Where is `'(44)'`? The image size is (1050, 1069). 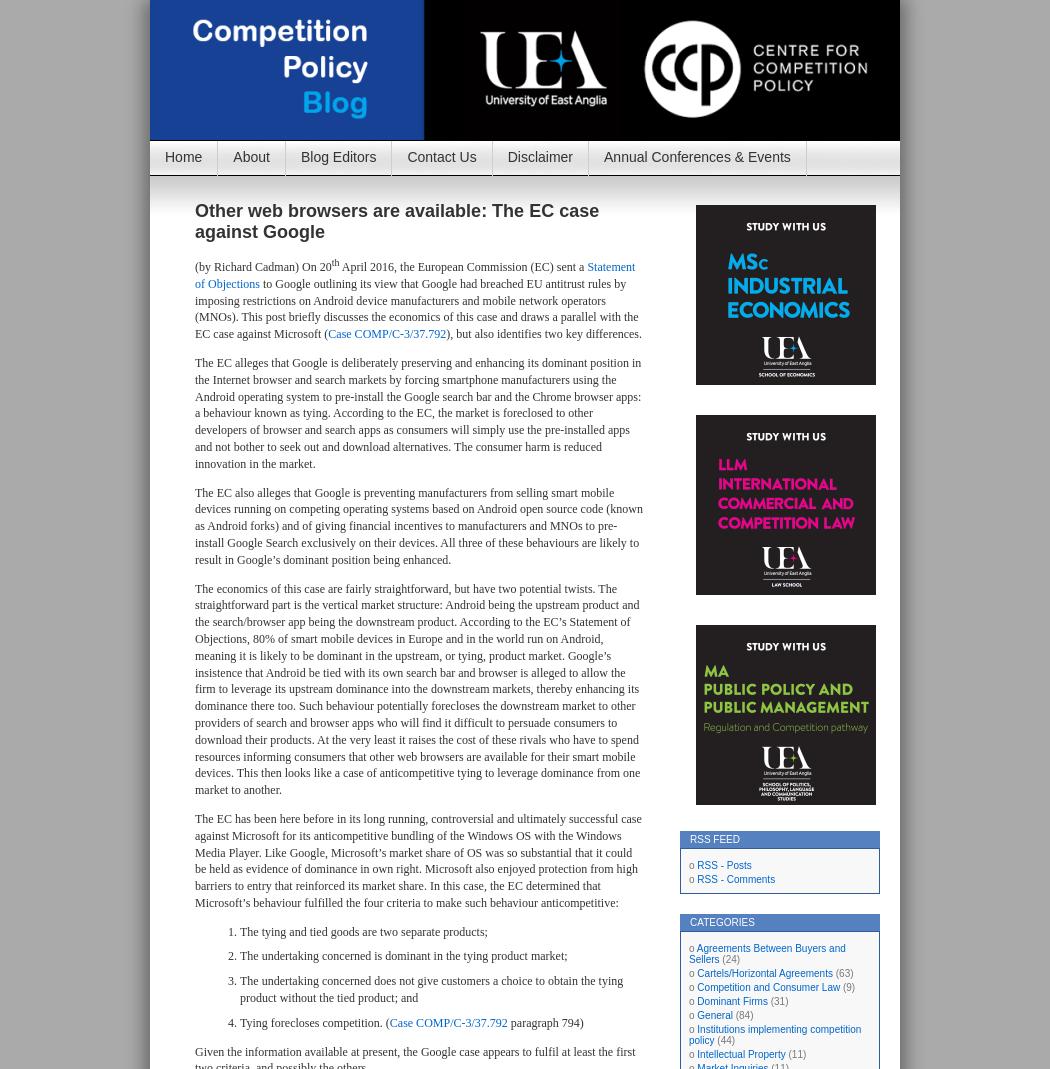 '(44)' is located at coordinates (723, 1040).